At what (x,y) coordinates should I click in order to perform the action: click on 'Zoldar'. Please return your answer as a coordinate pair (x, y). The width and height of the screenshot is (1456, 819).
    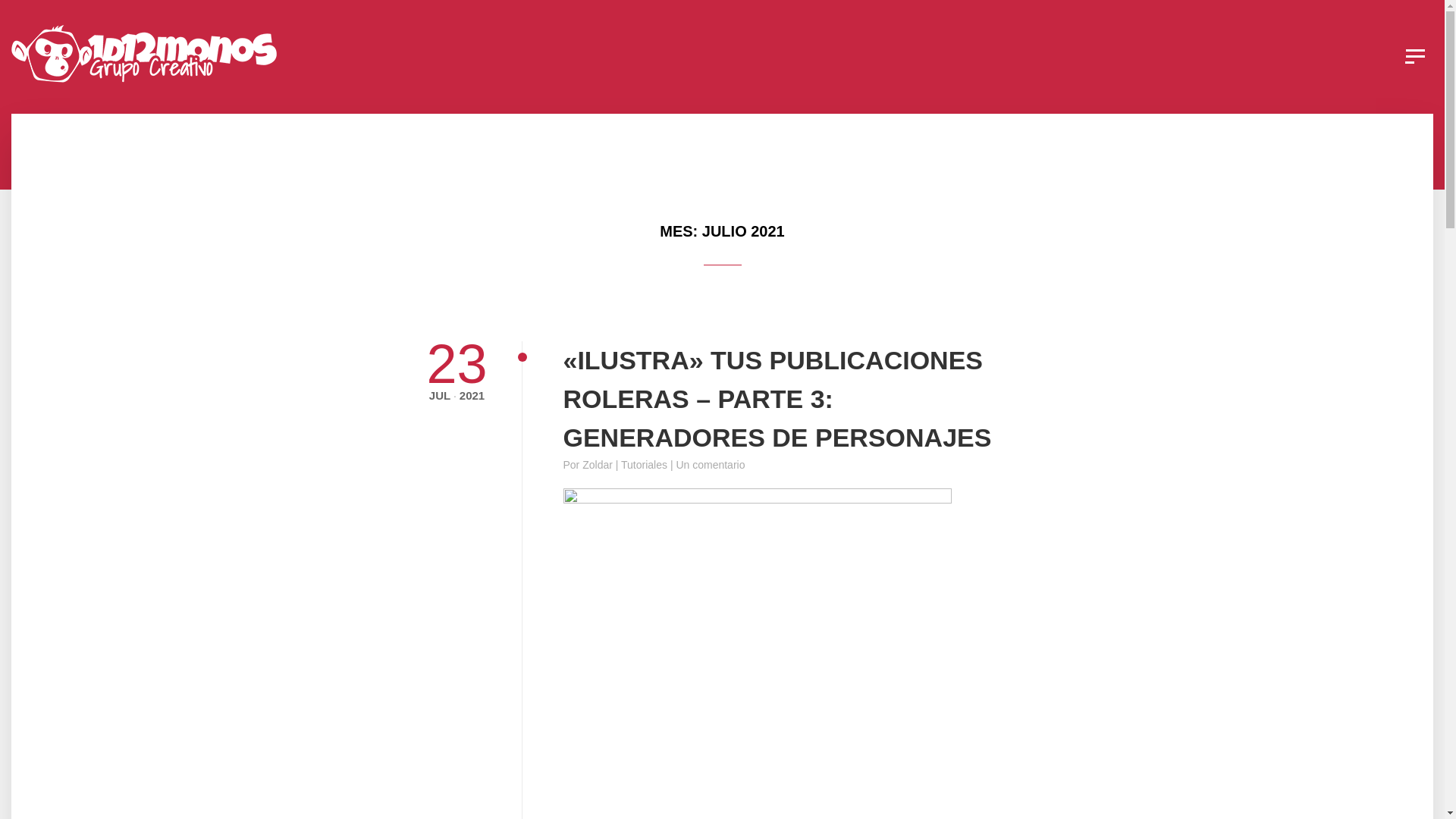
    Looking at the image, I should click on (596, 464).